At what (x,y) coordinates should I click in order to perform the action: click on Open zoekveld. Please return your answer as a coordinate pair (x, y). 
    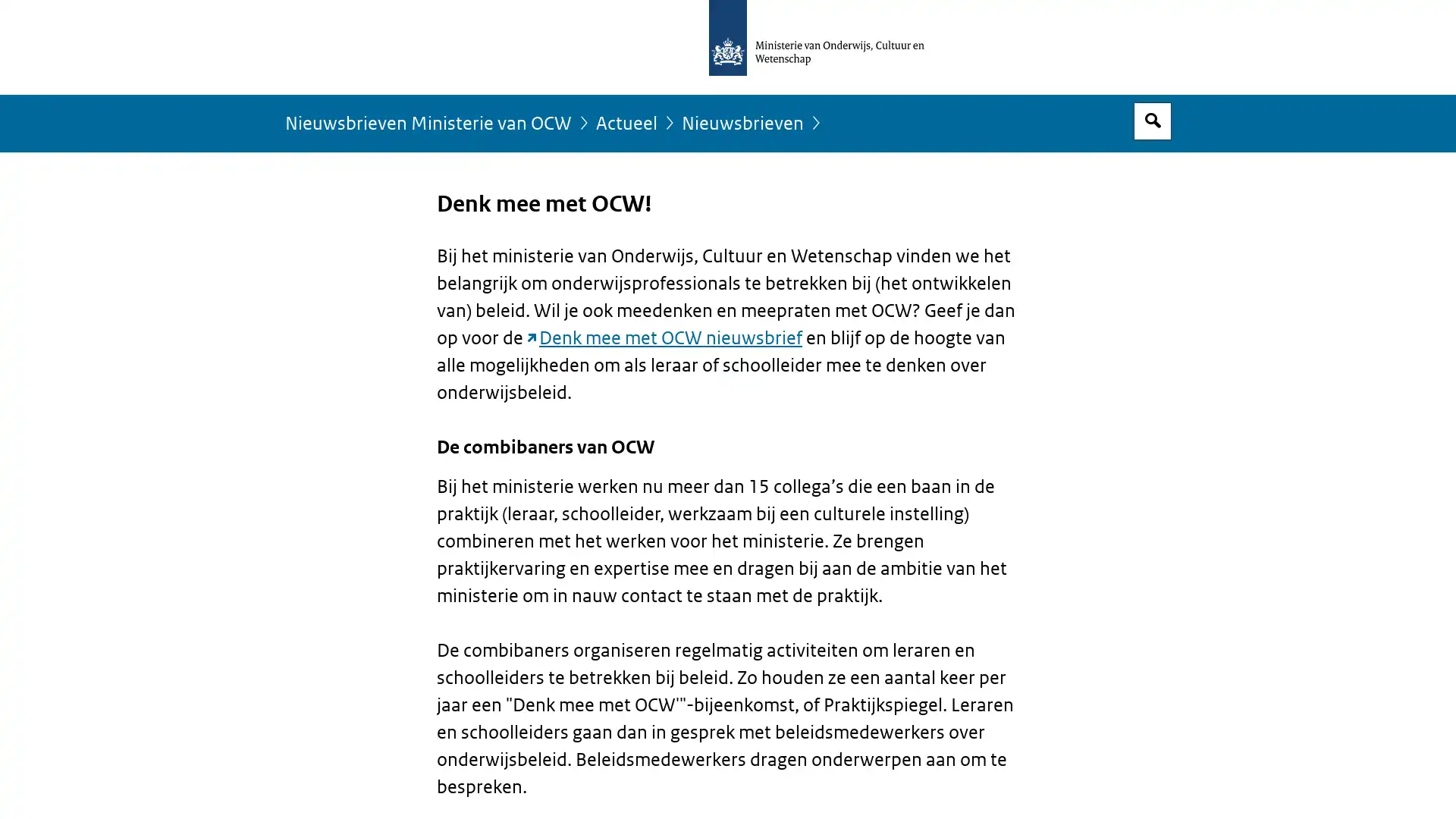
    Looking at the image, I should click on (1153, 120).